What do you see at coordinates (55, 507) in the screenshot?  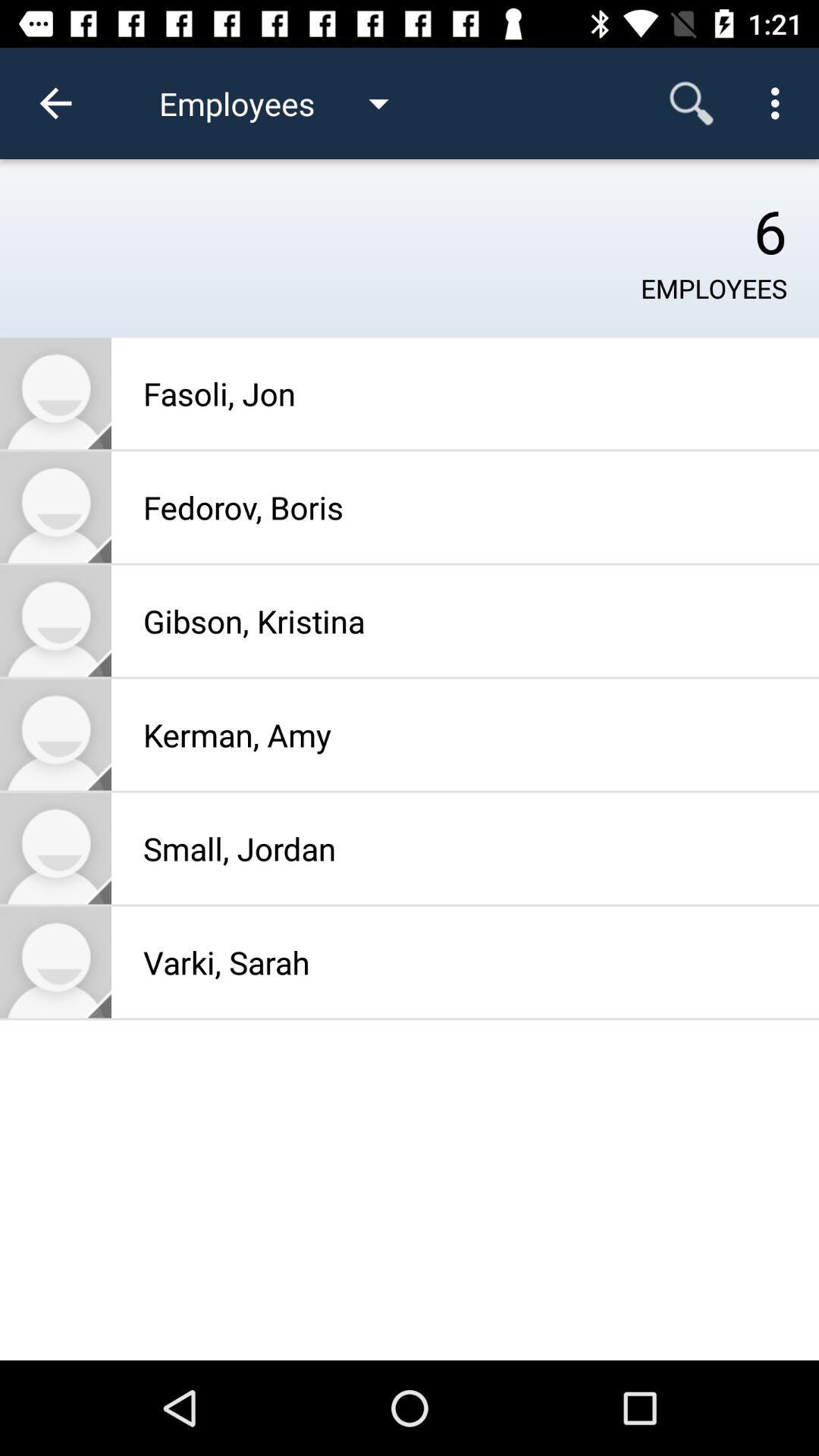 I see `see picture` at bounding box center [55, 507].